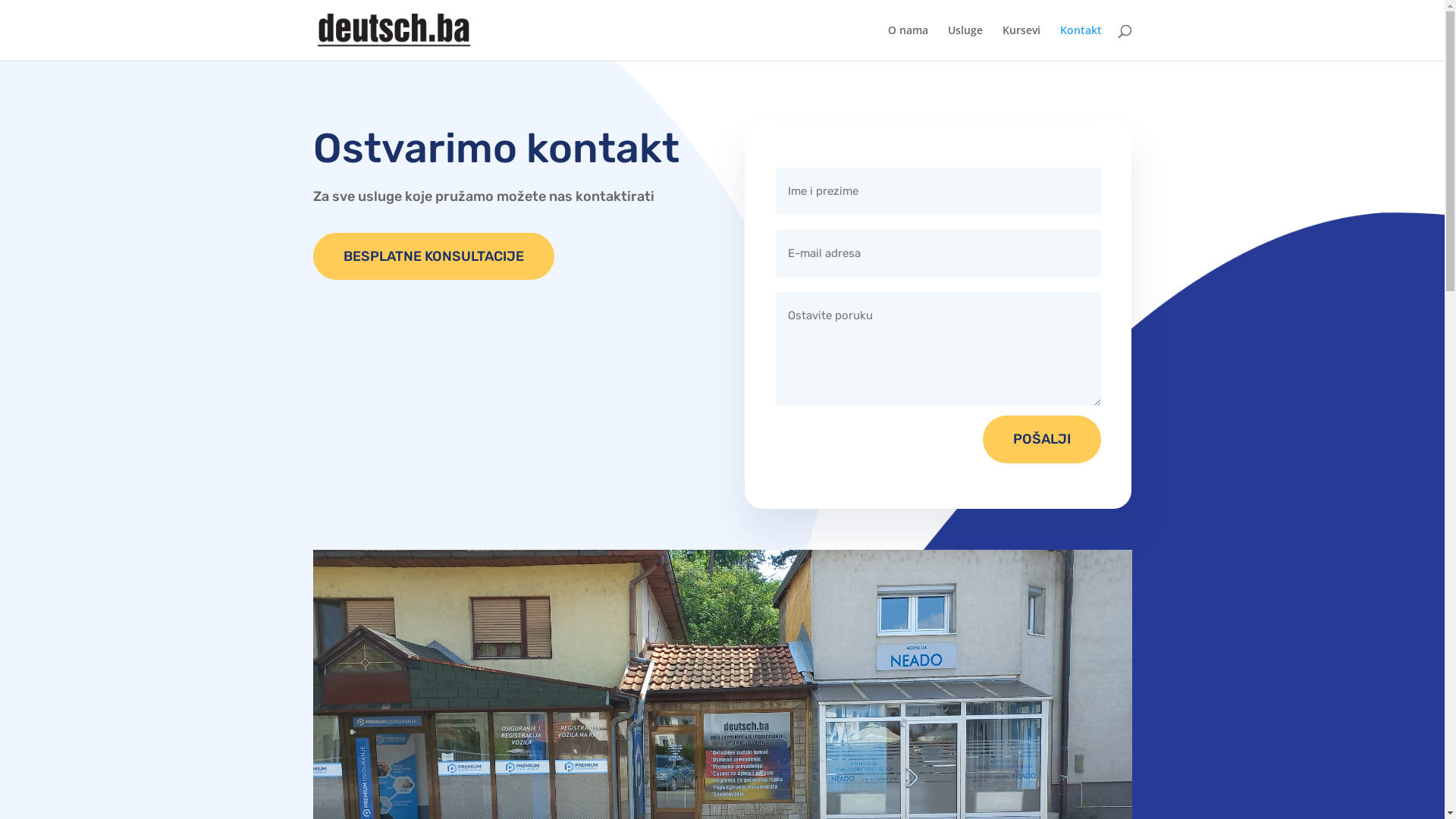 This screenshot has width=1456, height=819. Describe the element at coordinates (907, 42) in the screenshot. I see `'O nama'` at that location.